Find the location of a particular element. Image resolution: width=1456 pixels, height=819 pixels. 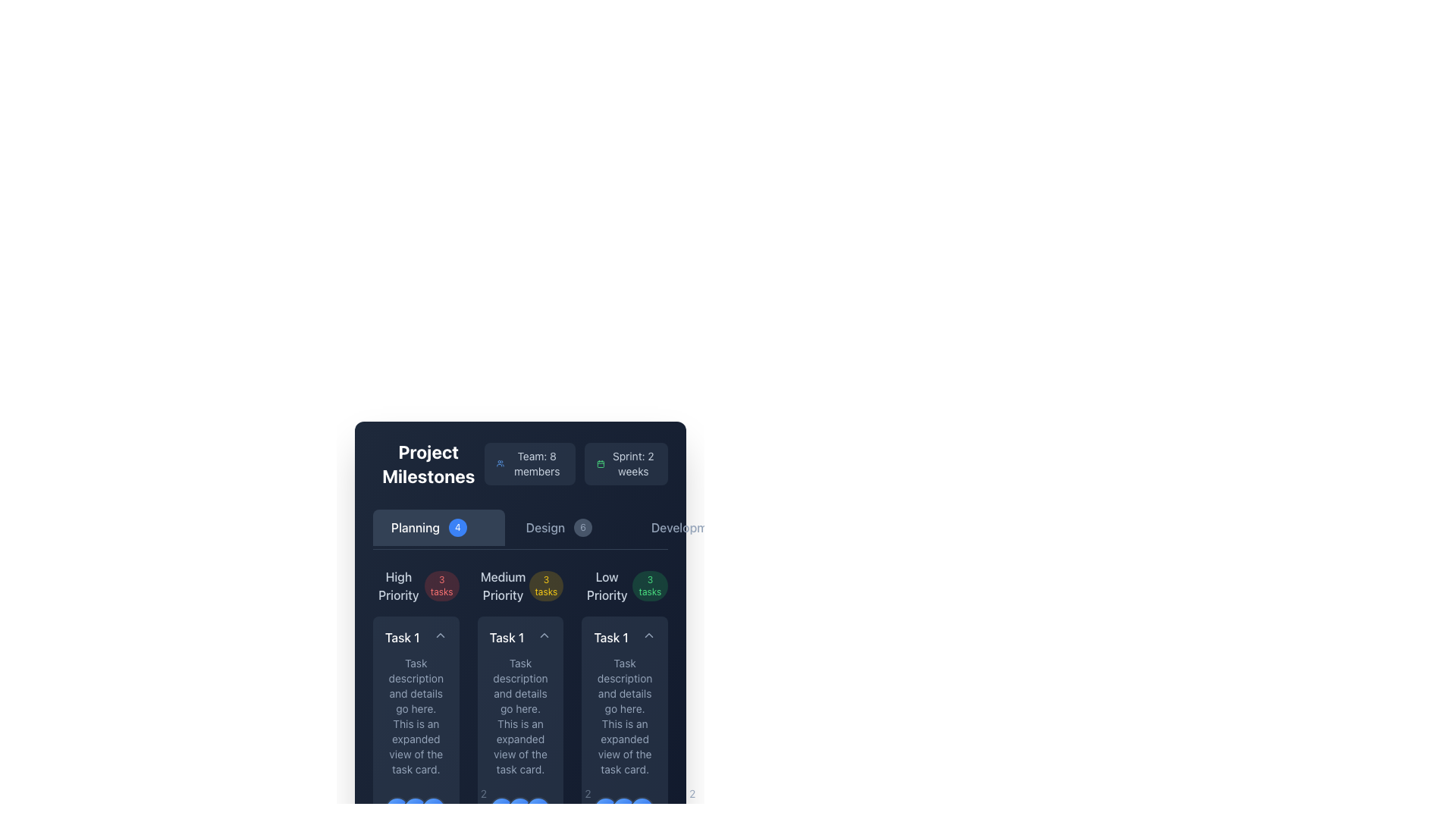

the second module in the navigation menu is located at coordinates (520, 527).